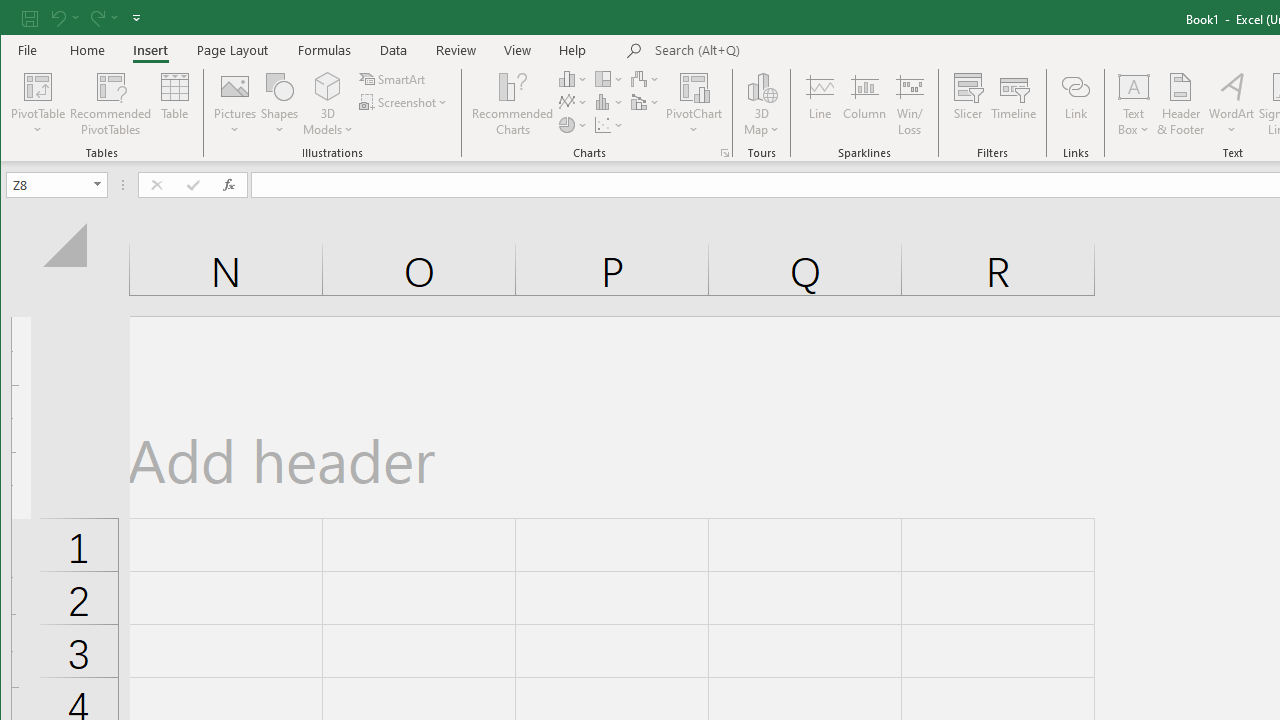 This screenshot has height=720, width=1280. I want to click on 'SmartArt...', so click(394, 78).